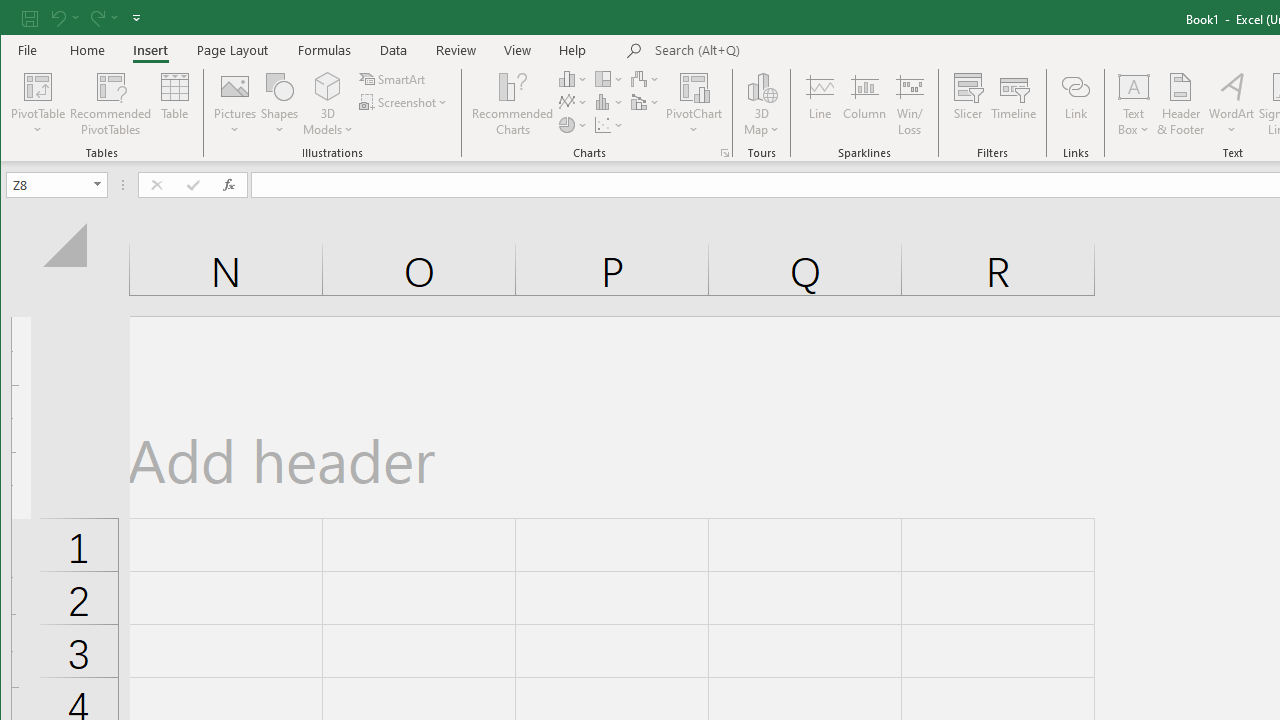 This screenshot has height=720, width=1280. I want to click on 'SmartArt...', so click(394, 78).